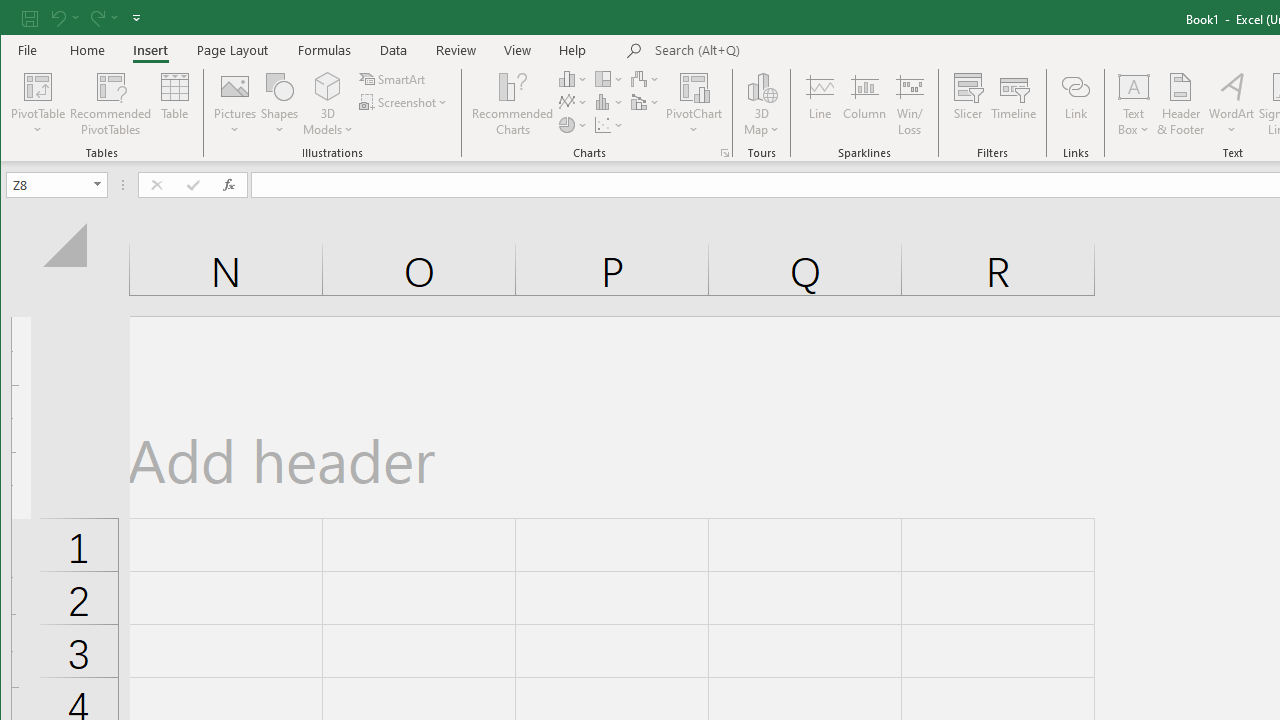 This screenshot has height=720, width=1280. I want to click on 'SmartArt...', so click(394, 78).